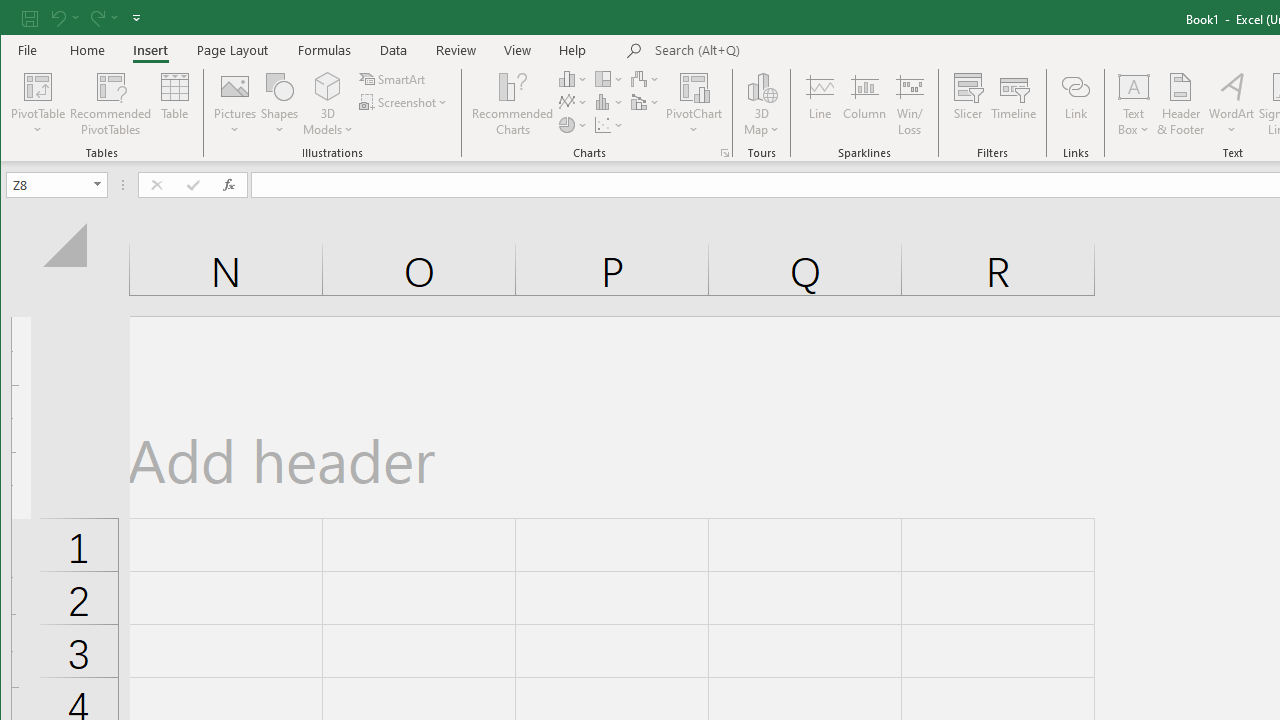 This screenshot has height=720, width=1280. I want to click on 'SmartArt...', so click(394, 78).